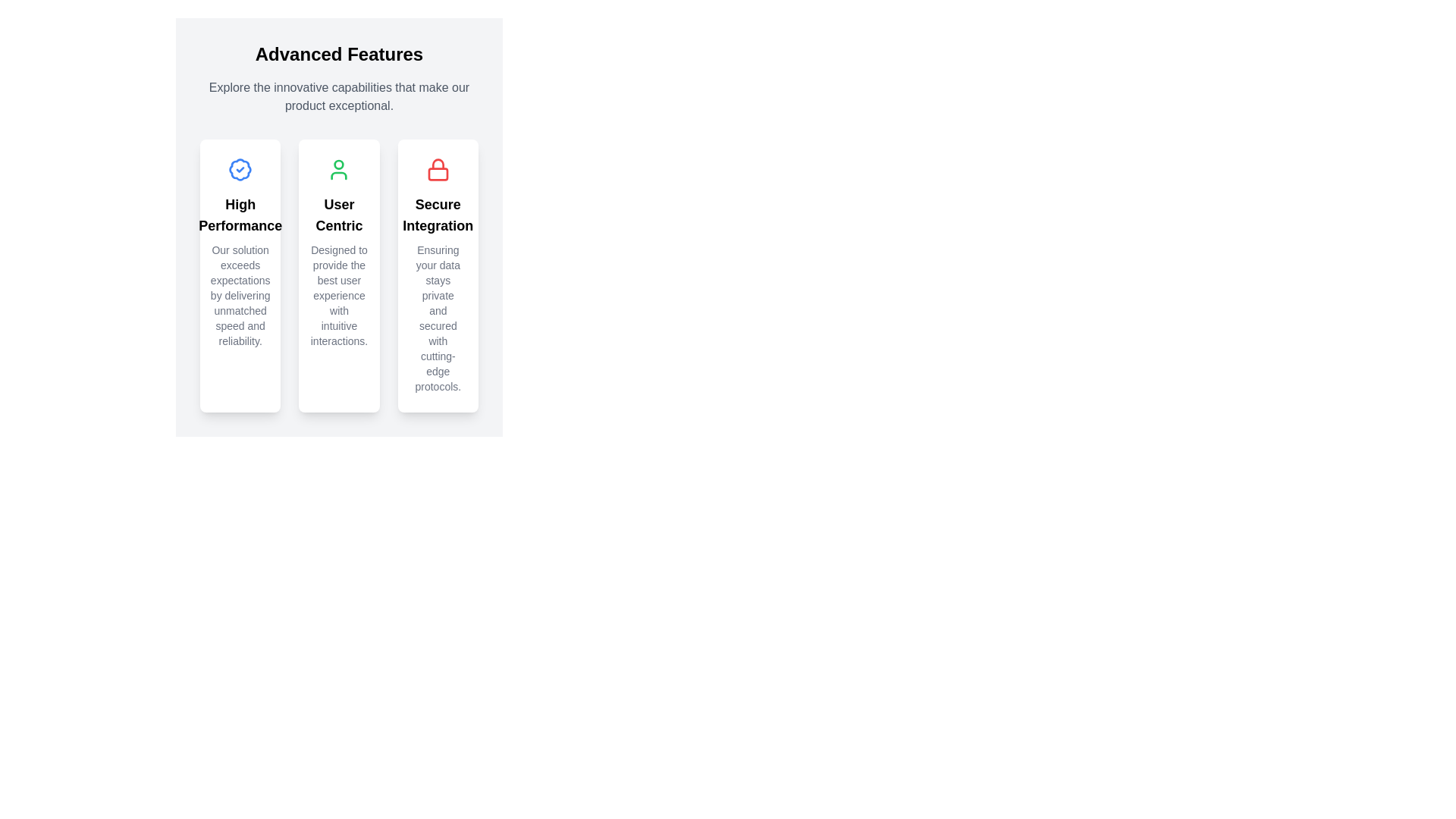 The height and width of the screenshot is (819, 1456). What do you see at coordinates (437, 174) in the screenshot?
I see `the decorative SVG rectangle that forms part of the lock icon representing secure integration, located in the third feature column` at bounding box center [437, 174].